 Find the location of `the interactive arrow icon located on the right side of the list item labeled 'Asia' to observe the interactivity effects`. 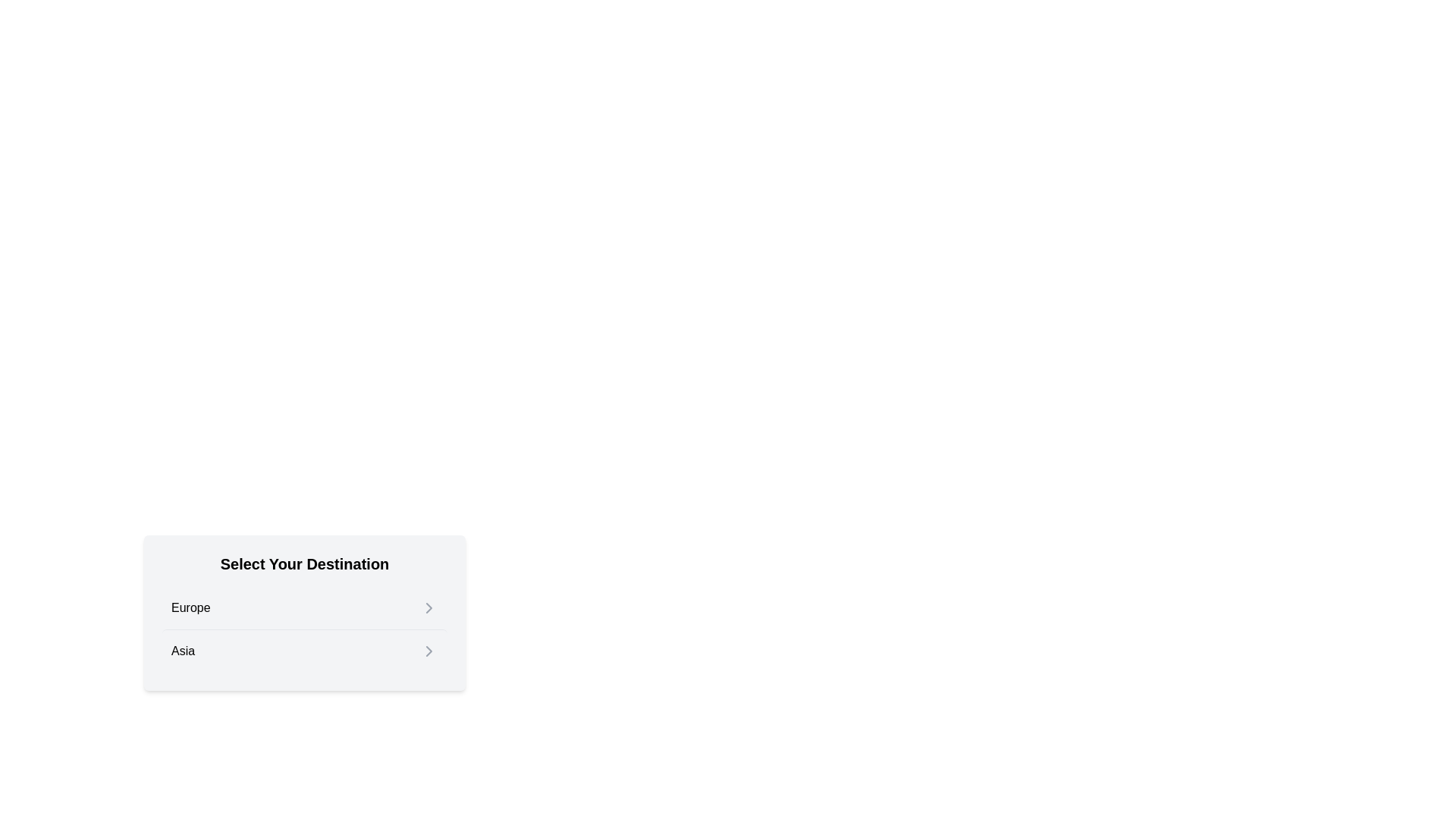

the interactive arrow icon located on the right side of the list item labeled 'Asia' to observe the interactivity effects is located at coordinates (428, 651).